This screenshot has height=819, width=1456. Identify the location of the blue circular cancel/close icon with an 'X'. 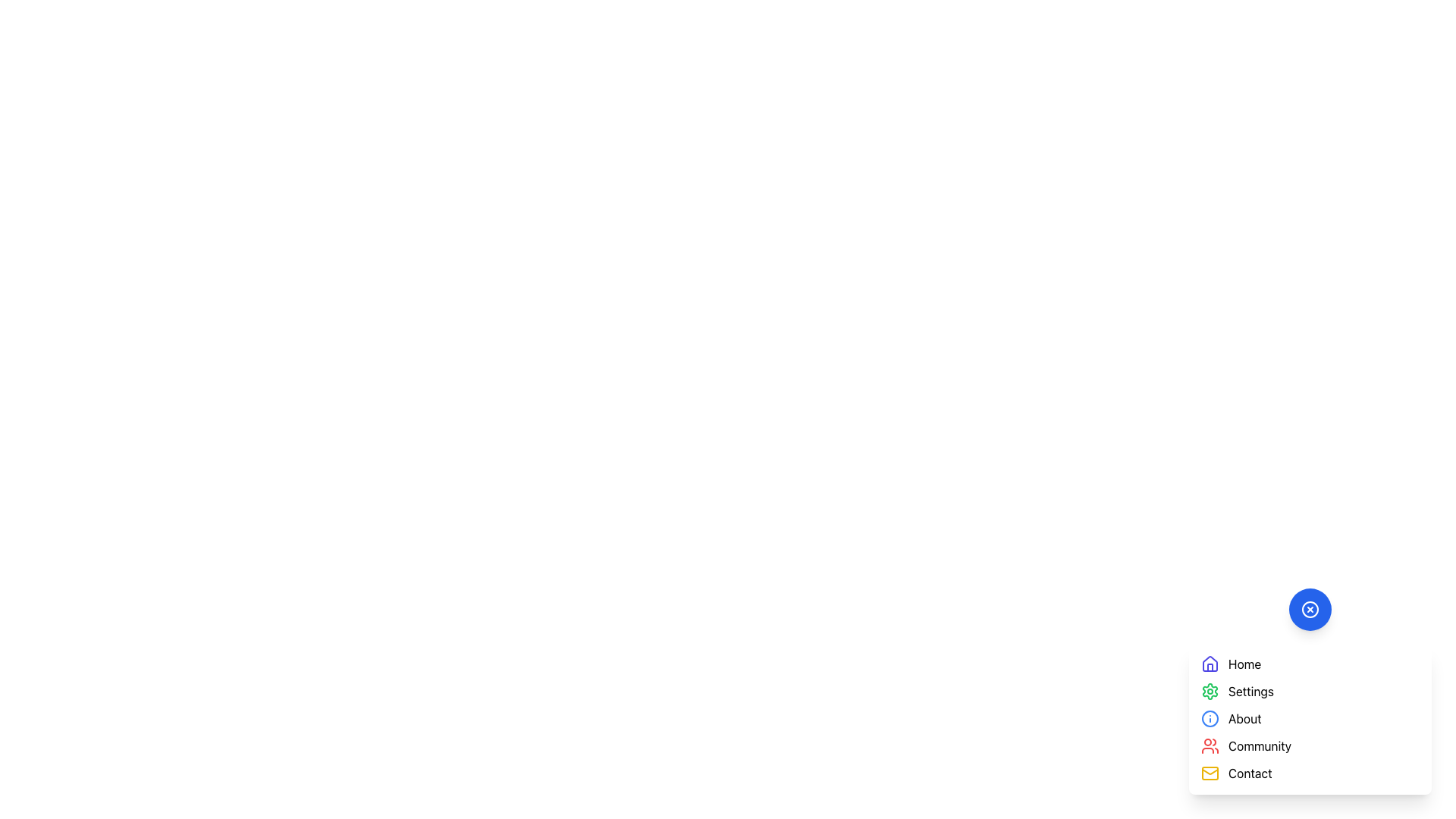
(1310, 608).